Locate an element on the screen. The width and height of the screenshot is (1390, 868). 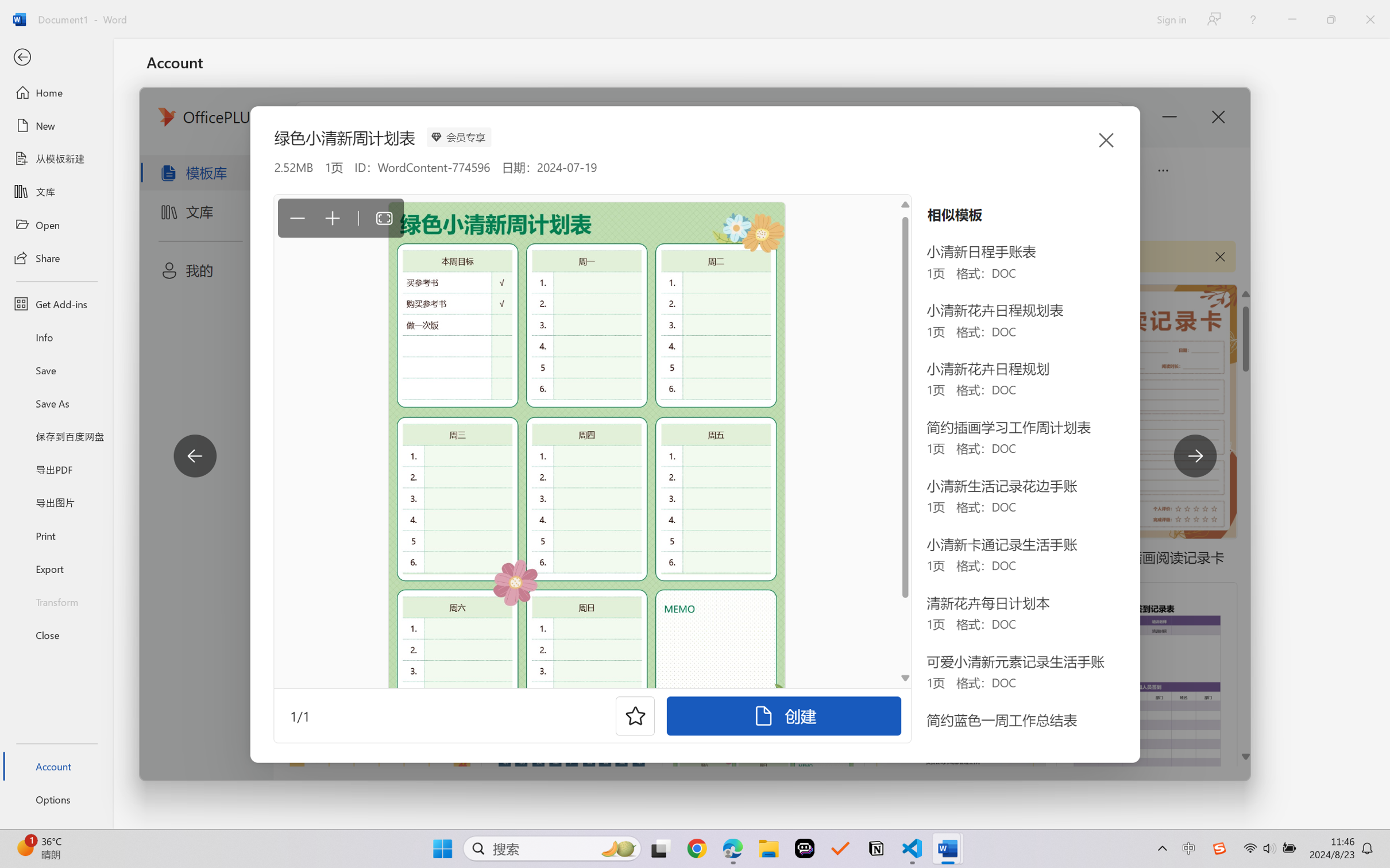
'Sign in' is located at coordinates (1170, 19).